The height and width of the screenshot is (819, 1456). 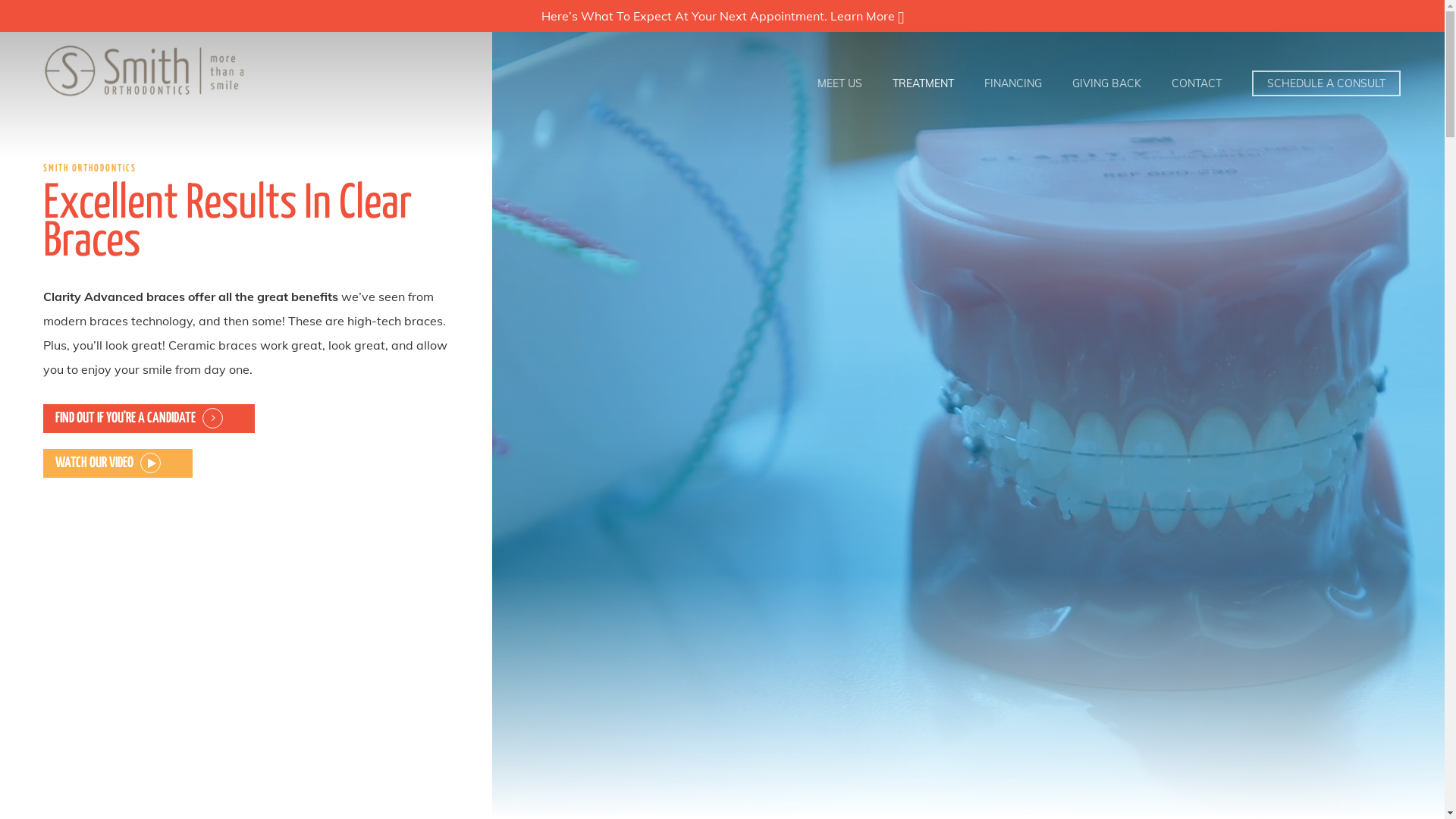 What do you see at coordinates (839, 82) in the screenshot?
I see `'MEET US'` at bounding box center [839, 82].